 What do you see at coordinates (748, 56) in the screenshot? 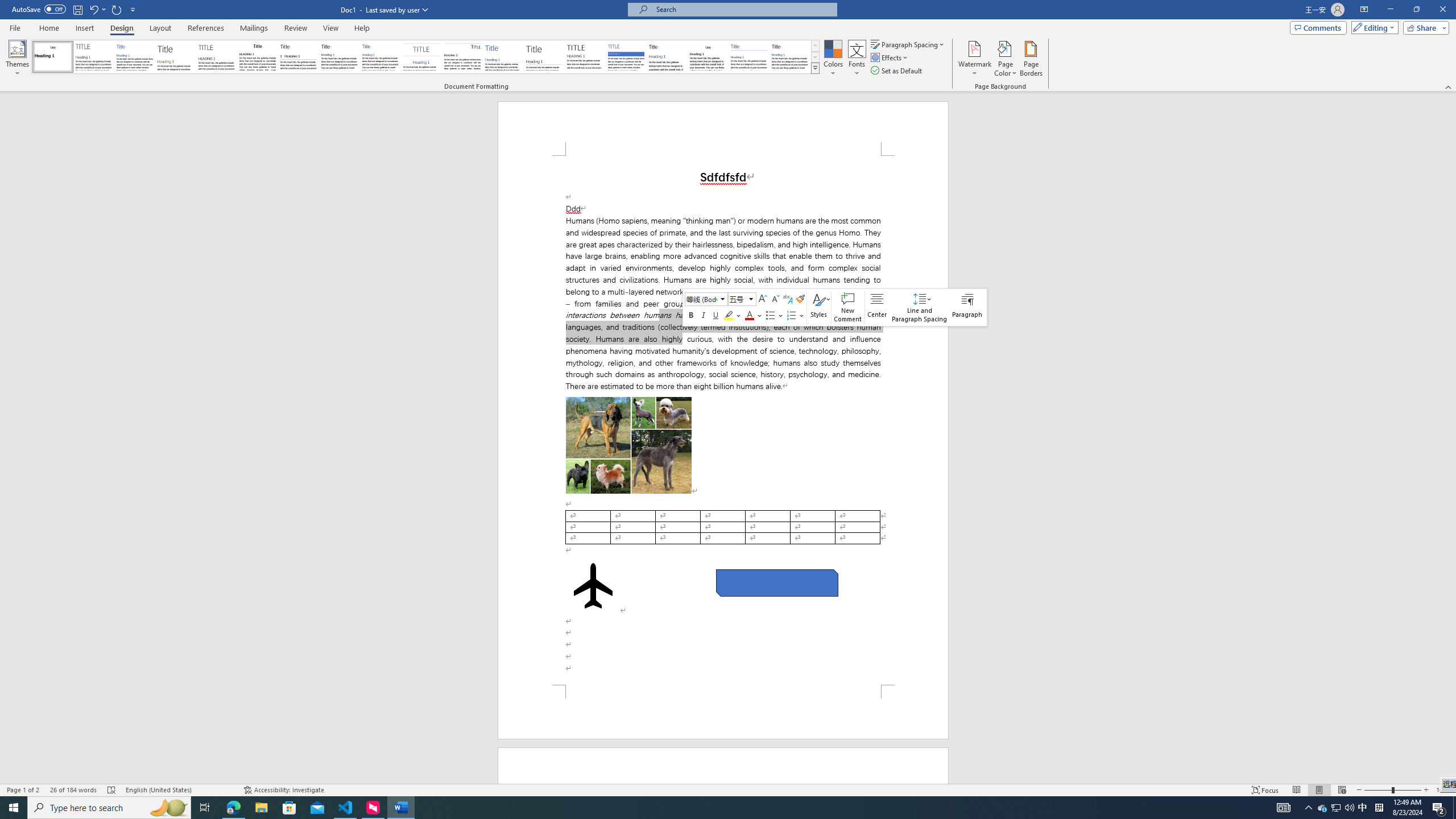
I see `'Word 2010'` at bounding box center [748, 56].